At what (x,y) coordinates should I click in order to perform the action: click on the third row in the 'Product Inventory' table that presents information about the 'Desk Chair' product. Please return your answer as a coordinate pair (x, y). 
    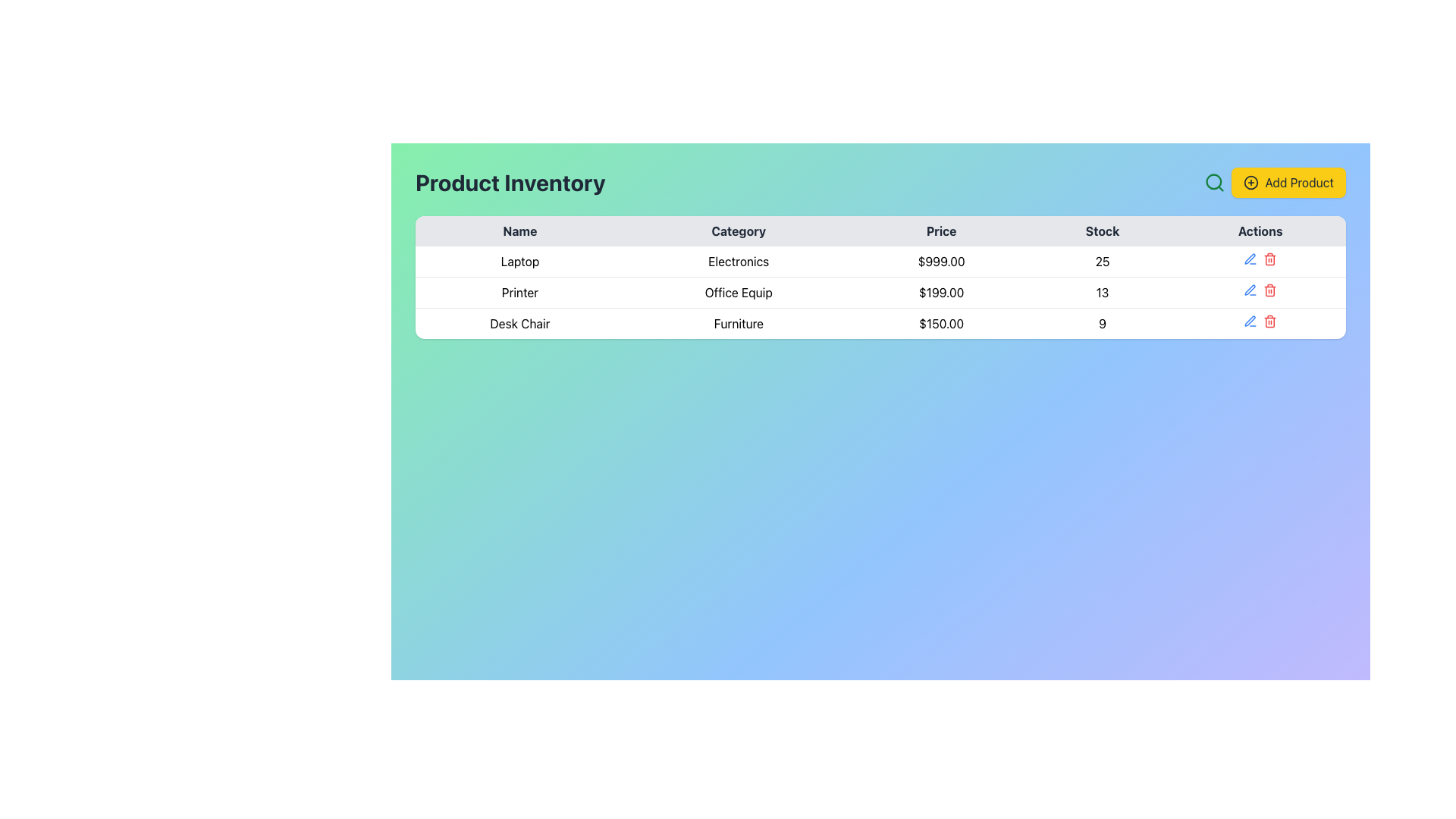
    Looking at the image, I should click on (880, 322).